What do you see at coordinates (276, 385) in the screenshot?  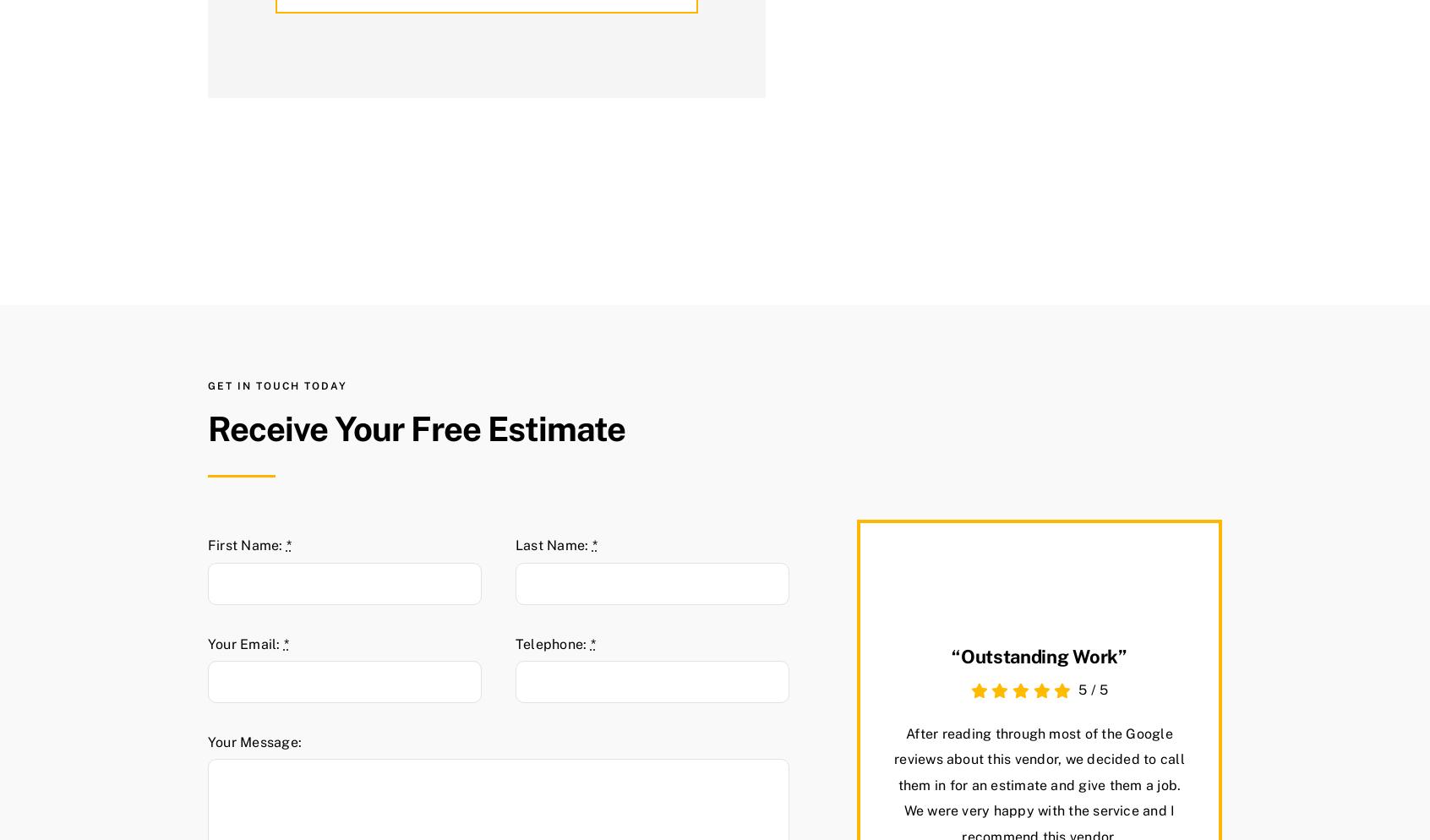 I see `'Get in touch today'` at bounding box center [276, 385].